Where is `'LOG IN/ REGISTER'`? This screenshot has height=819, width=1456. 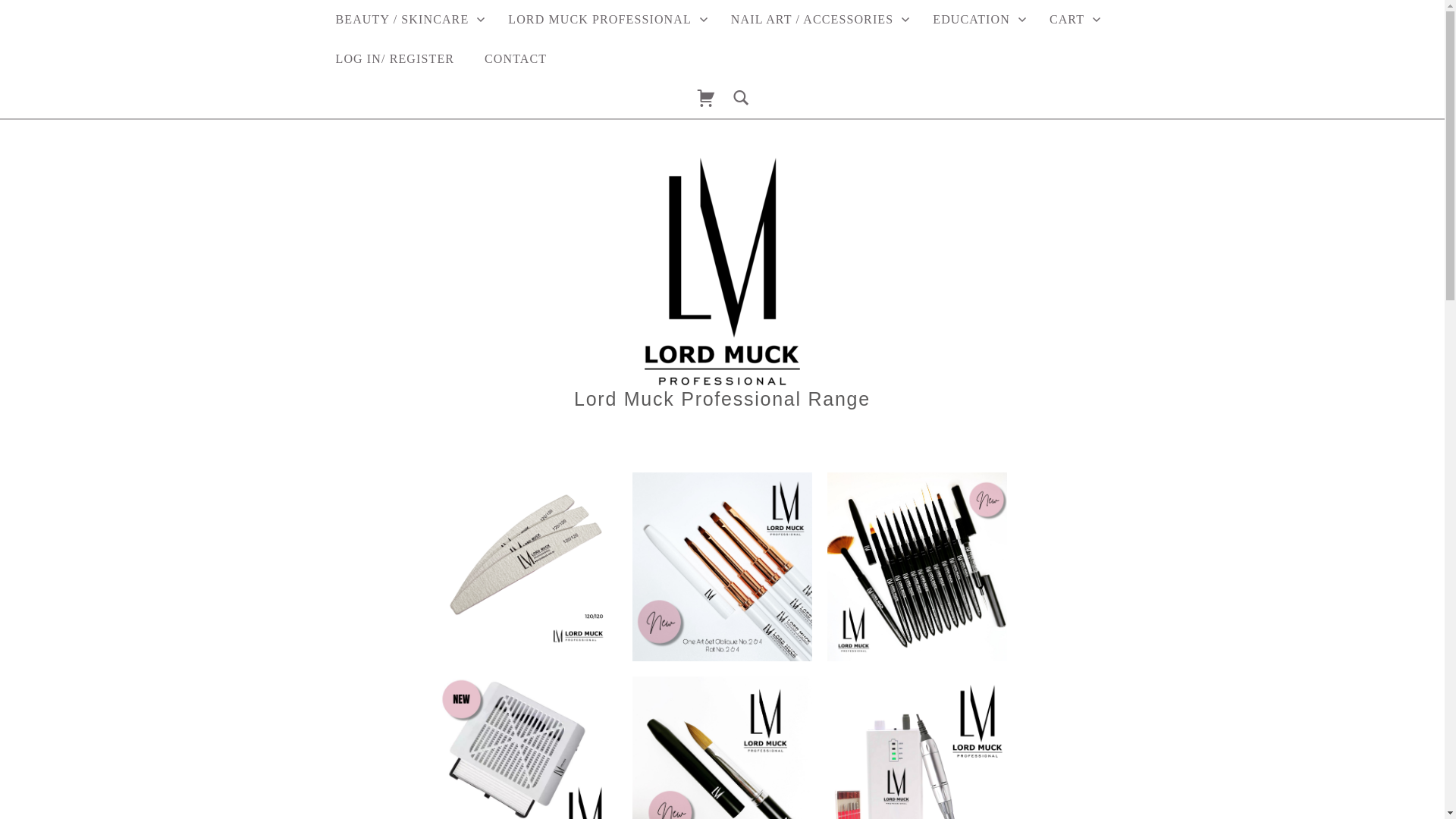
'LOG IN/ REGISTER' is located at coordinates (394, 58).